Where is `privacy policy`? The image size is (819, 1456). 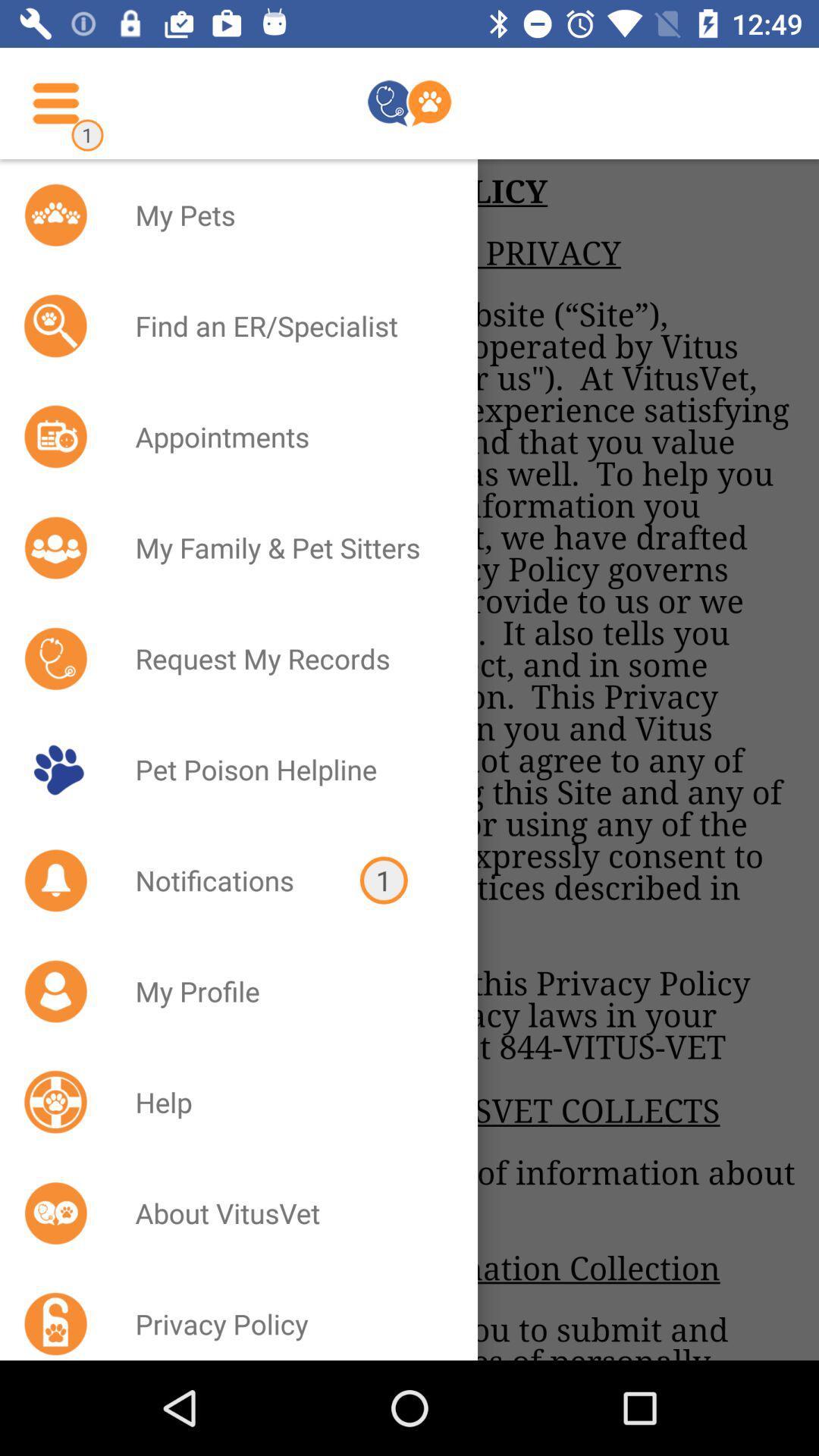 privacy policy is located at coordinates (287, 1317).